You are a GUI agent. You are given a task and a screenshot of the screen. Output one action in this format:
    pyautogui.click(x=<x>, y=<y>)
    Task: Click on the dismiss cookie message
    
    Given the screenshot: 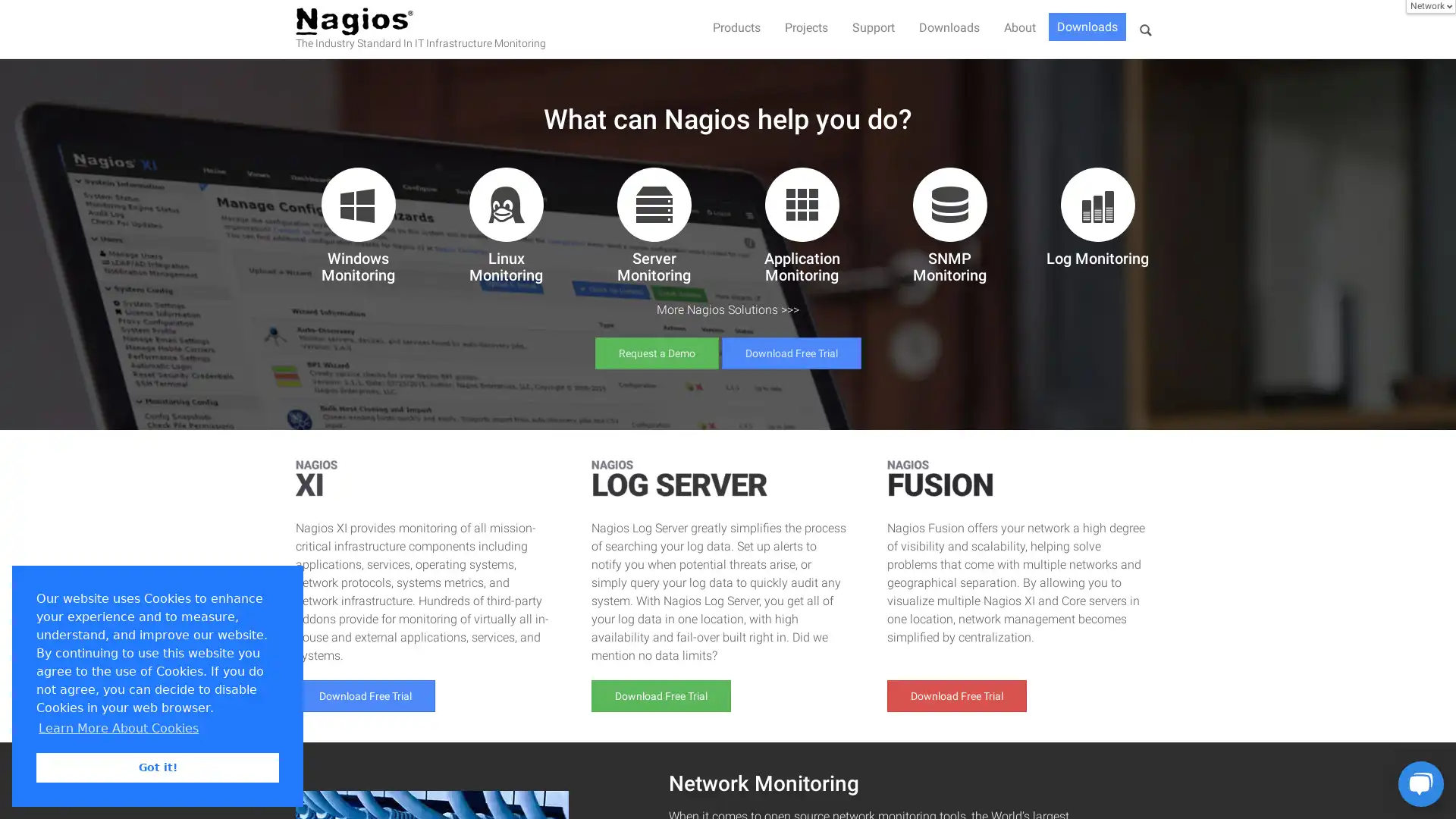 What is the action you would take?
    pyautogui.click(x=157, y=767)
    